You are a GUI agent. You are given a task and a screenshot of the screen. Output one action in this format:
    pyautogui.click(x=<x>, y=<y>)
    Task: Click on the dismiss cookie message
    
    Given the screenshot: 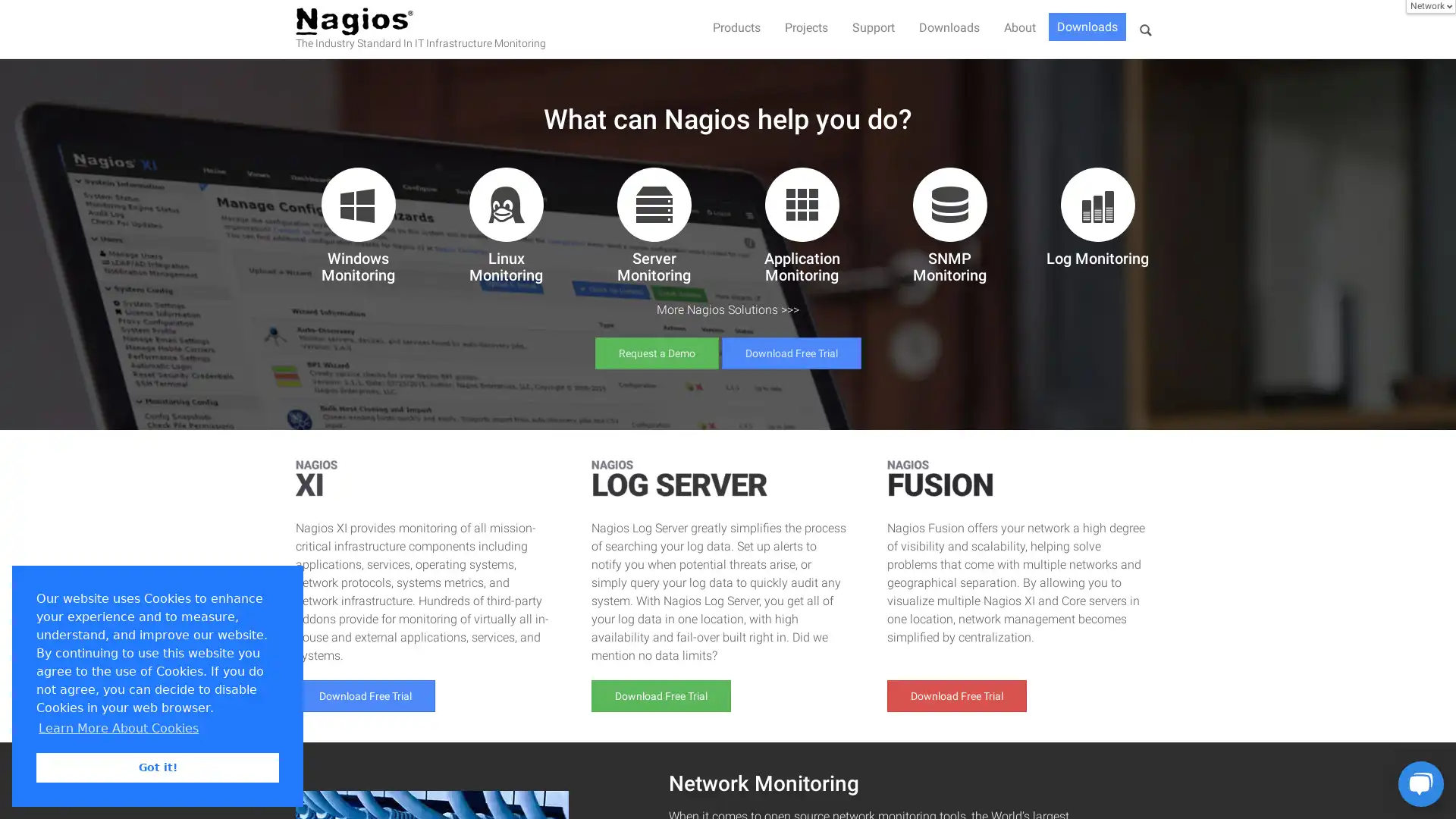 What is the action you would take?
    pyautogui.click(x=157, y=767)
    